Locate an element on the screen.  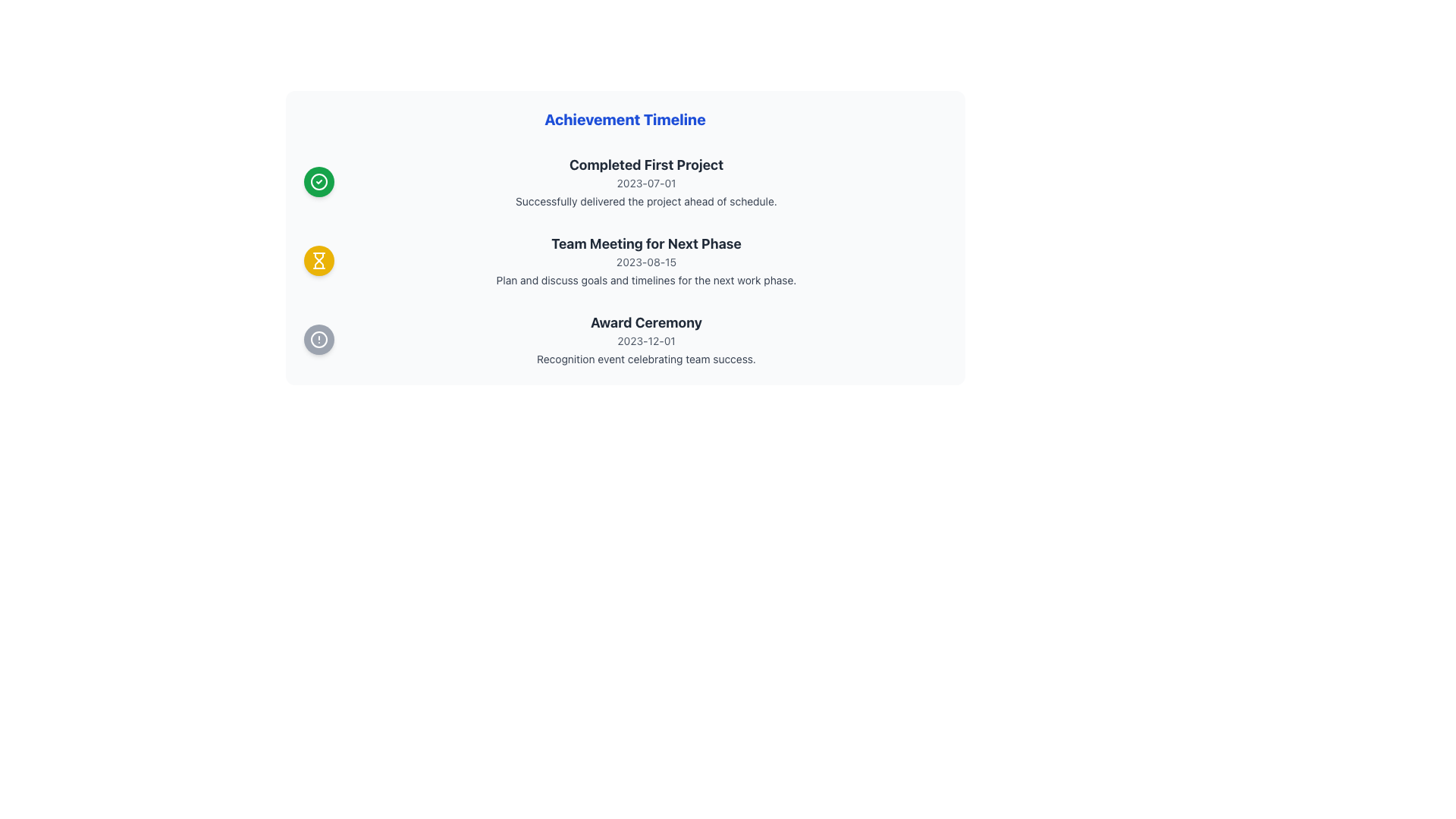
the status indicator icon for the first milestone, which signifies that the associated task 'Completed First Project' has been achieved, located in the Achievement Timeline interface is located at coordinates (318, 180).